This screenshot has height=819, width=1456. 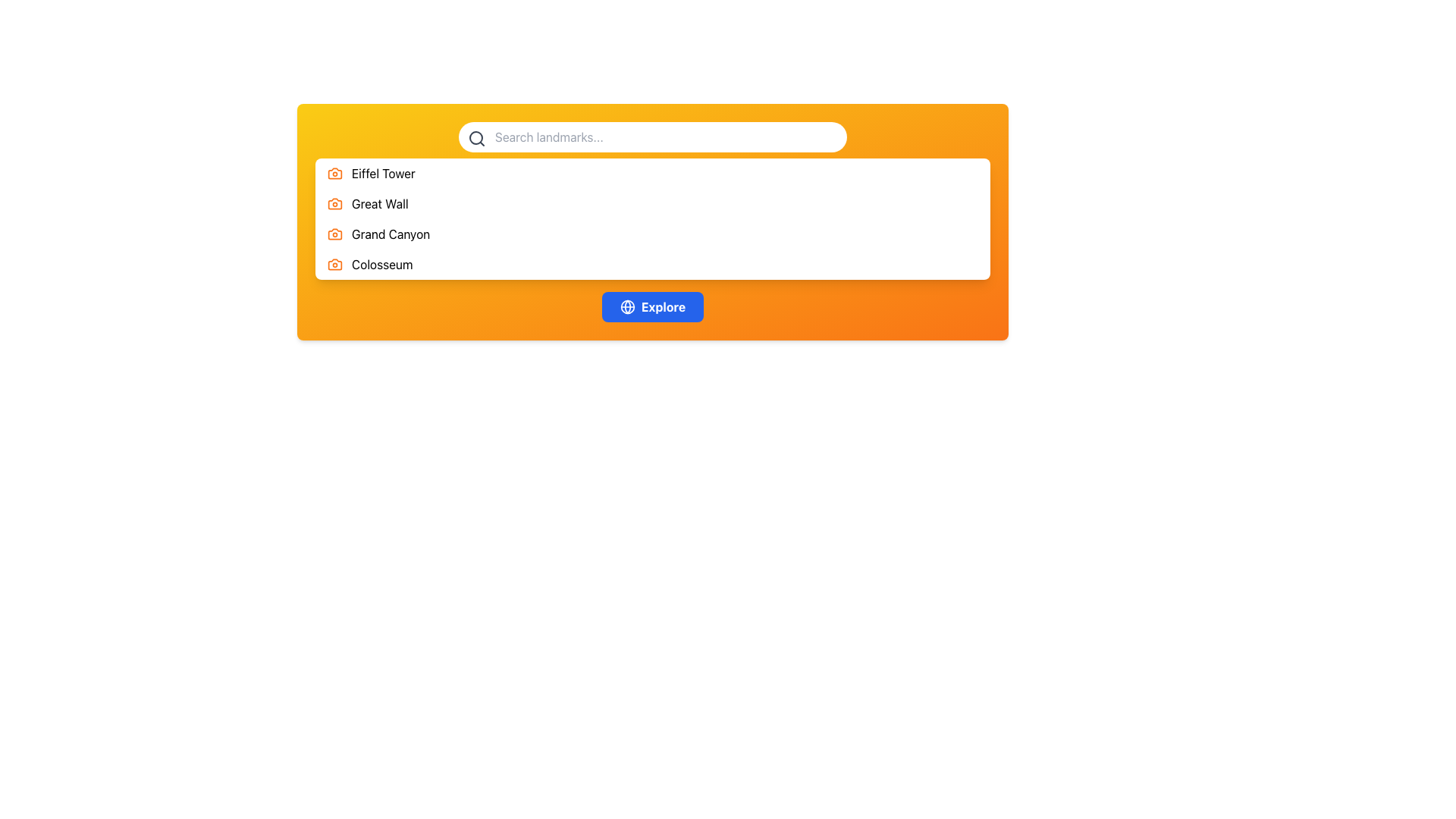 What do you see at coordinates (627, 307) in the screenshot?
I see `the circular globe icon with a blue background located on the left side of the 'Explore' button` at bounding box center [627, 307].